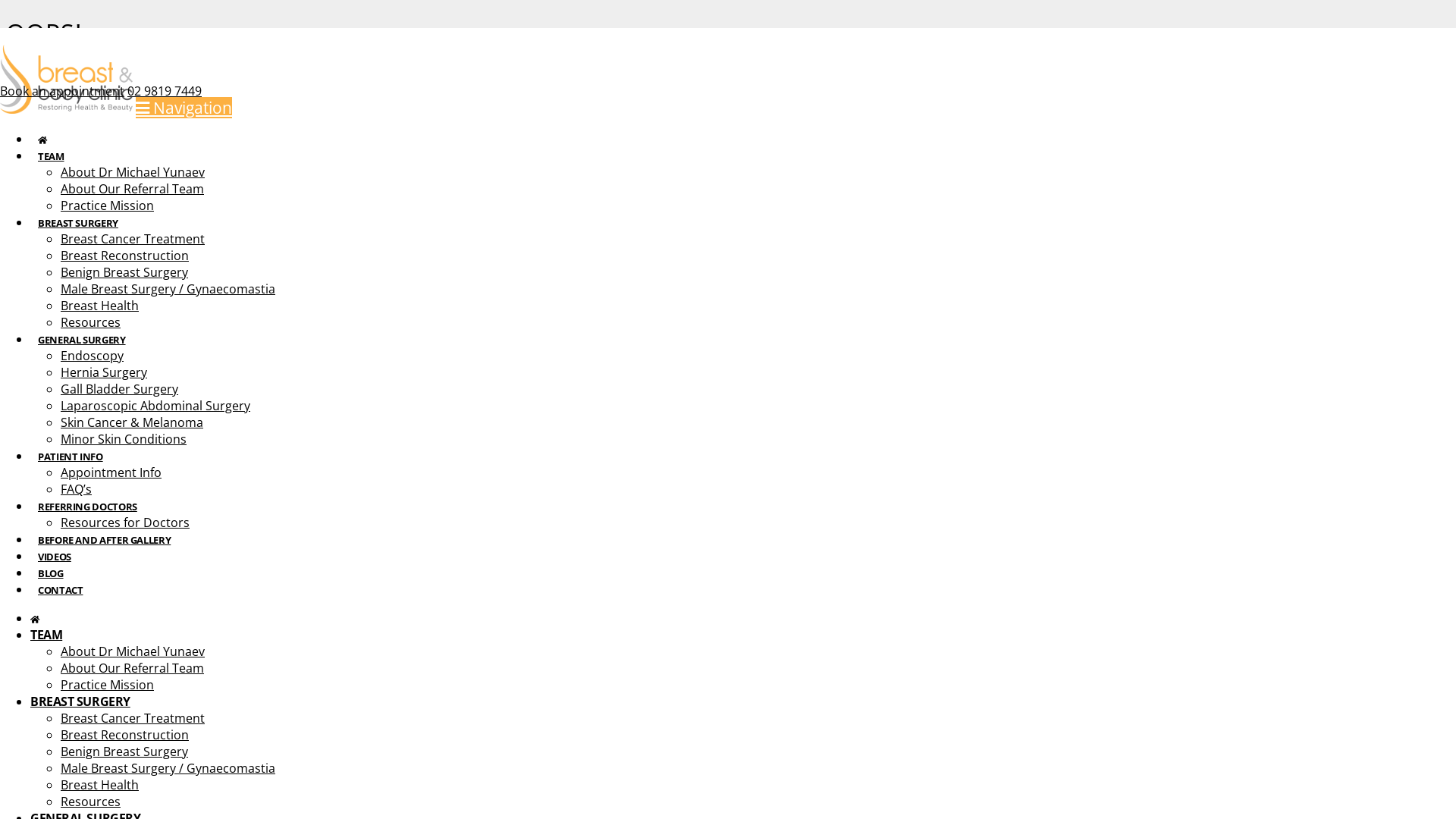  I want to click on 'Book an appointment', so click(61, 90).